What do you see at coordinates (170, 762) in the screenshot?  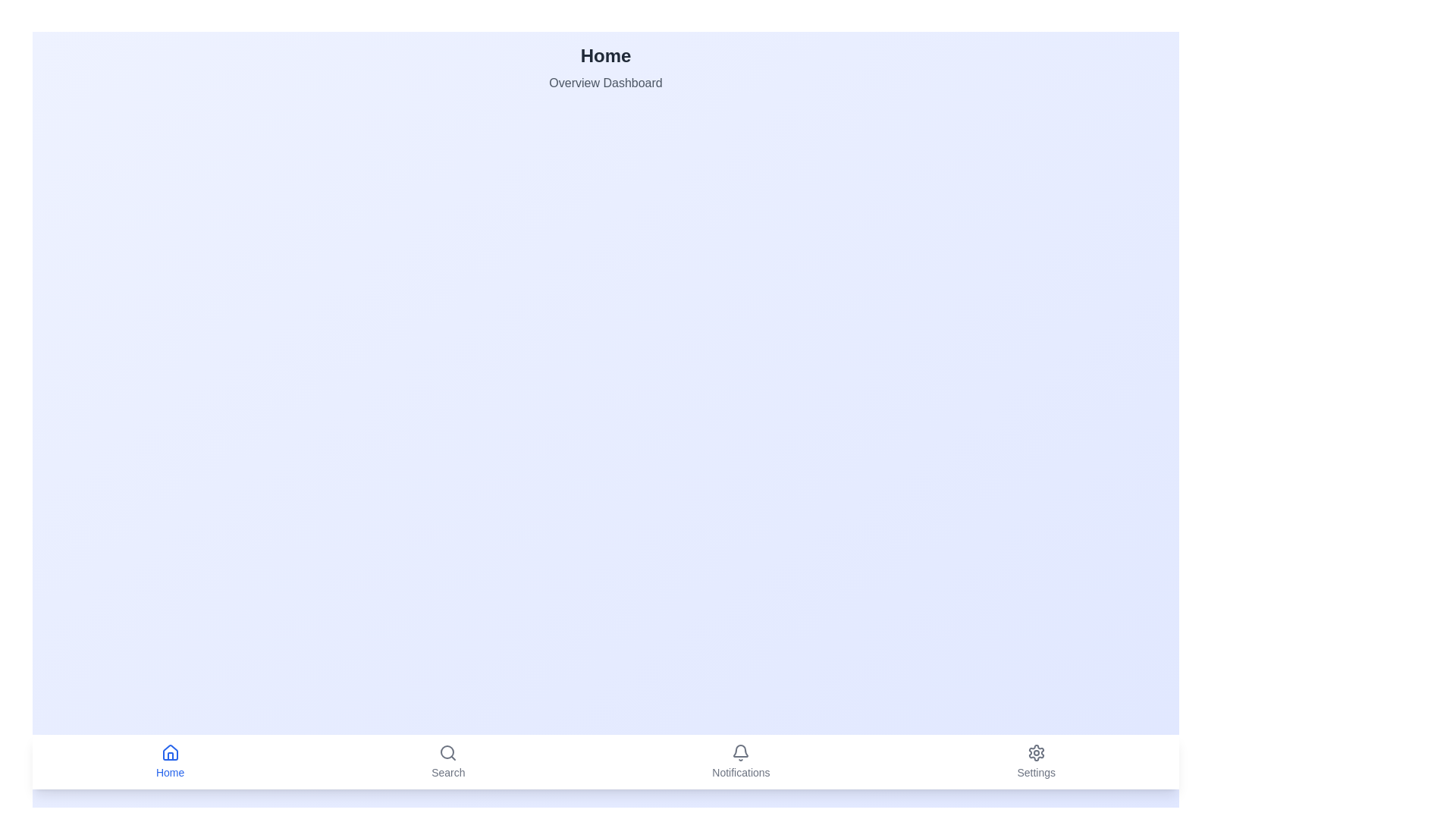 I see `the Home tab in the bottom navigation bar` at bounding box center [170, 762].